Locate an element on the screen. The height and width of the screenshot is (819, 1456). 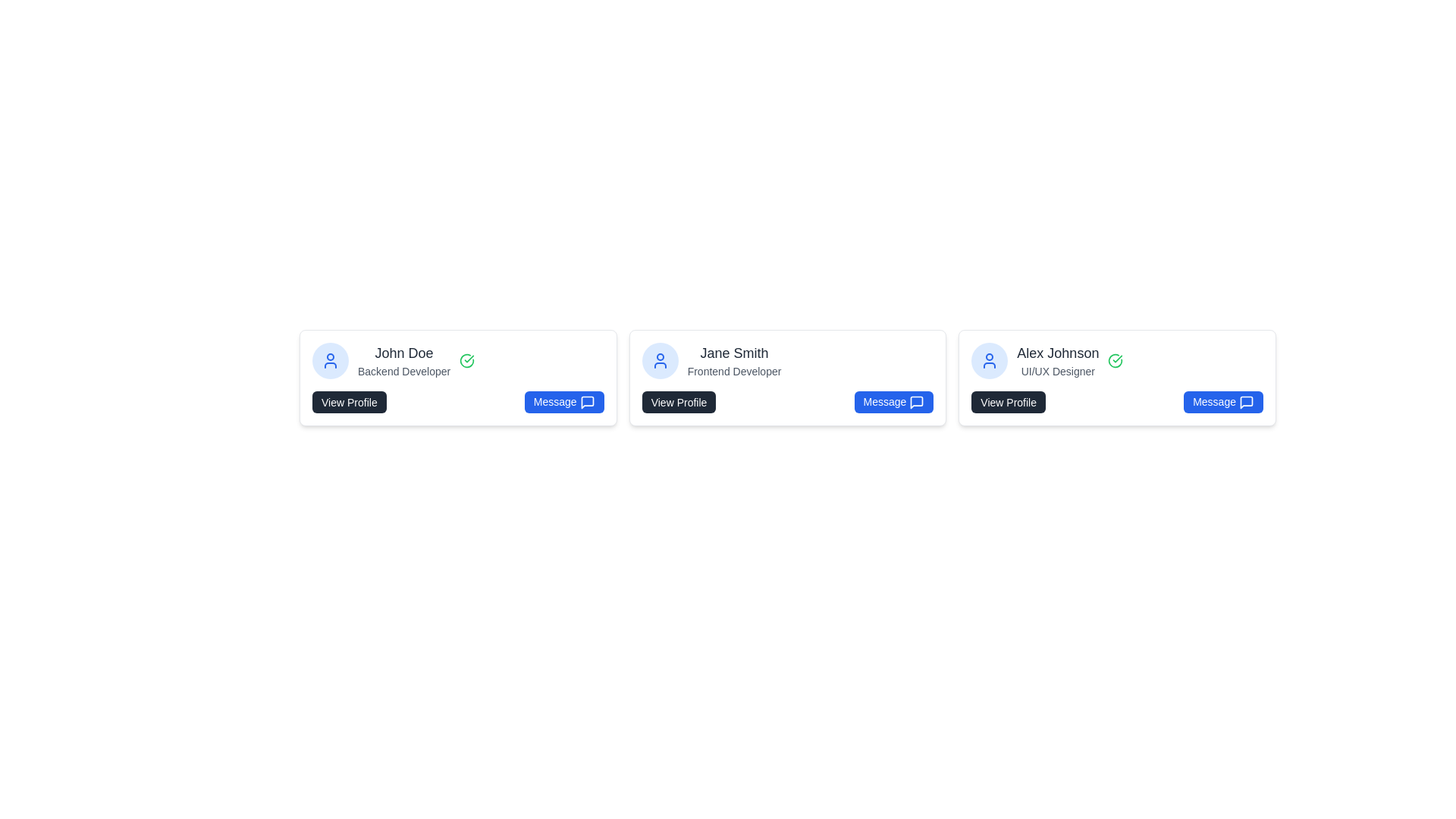
the text label 'John Doe', which is styled in gray against a white background and is located at the top-left section of a profile card is located at coordinates (404, 353).